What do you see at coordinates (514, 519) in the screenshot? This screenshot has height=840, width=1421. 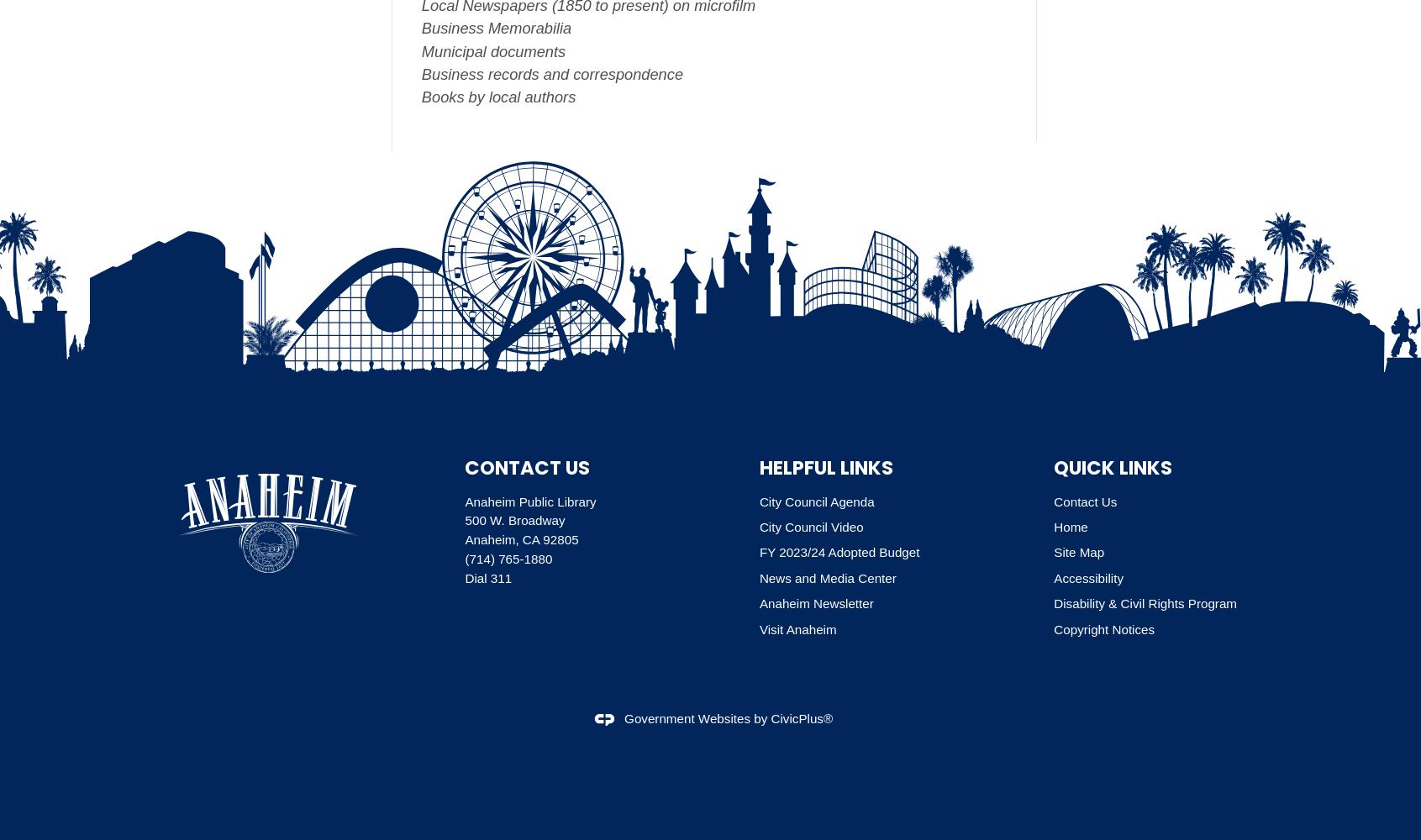 I see `'500 W. Broadway'` at bounding box center [514, 519].